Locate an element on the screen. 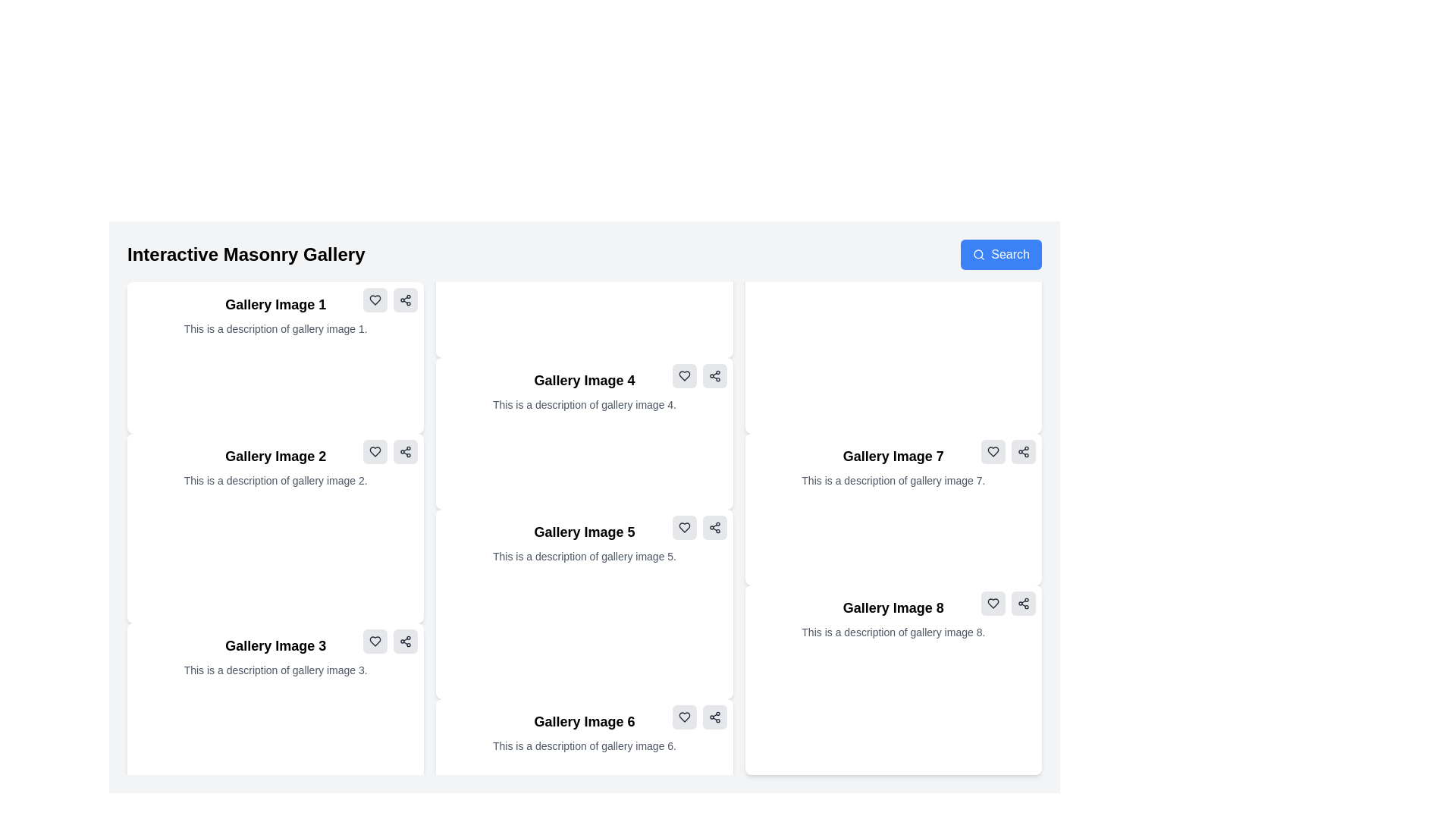 The image size is (1456, 819). the 'like' or 'favorite' button located in the top-right corner of the 'Gallery Image 2' card is located at coordinates (375, 300).